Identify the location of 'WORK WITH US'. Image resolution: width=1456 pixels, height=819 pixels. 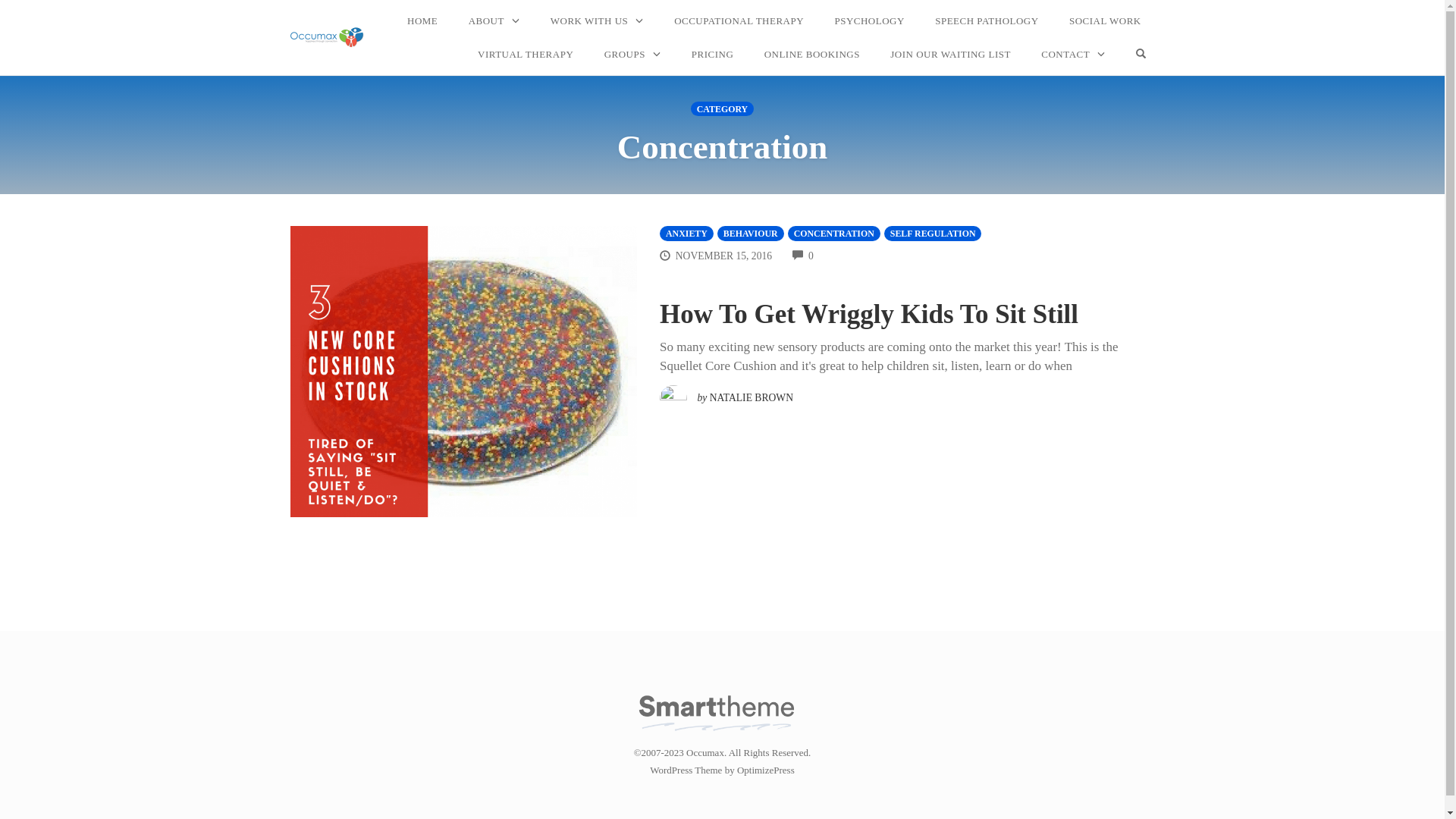
(596, 20).